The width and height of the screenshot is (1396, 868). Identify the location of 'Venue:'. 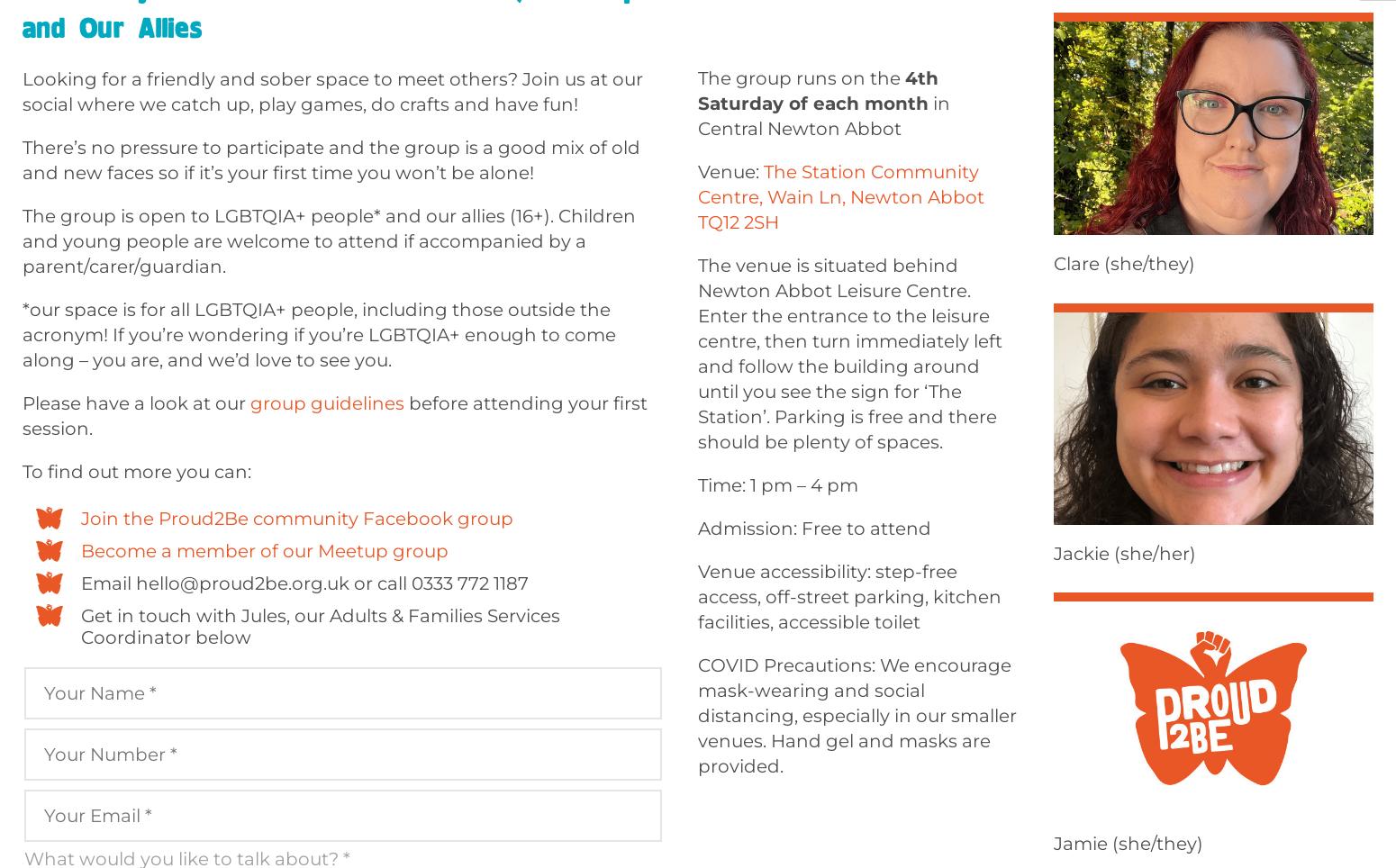
(730, 170).